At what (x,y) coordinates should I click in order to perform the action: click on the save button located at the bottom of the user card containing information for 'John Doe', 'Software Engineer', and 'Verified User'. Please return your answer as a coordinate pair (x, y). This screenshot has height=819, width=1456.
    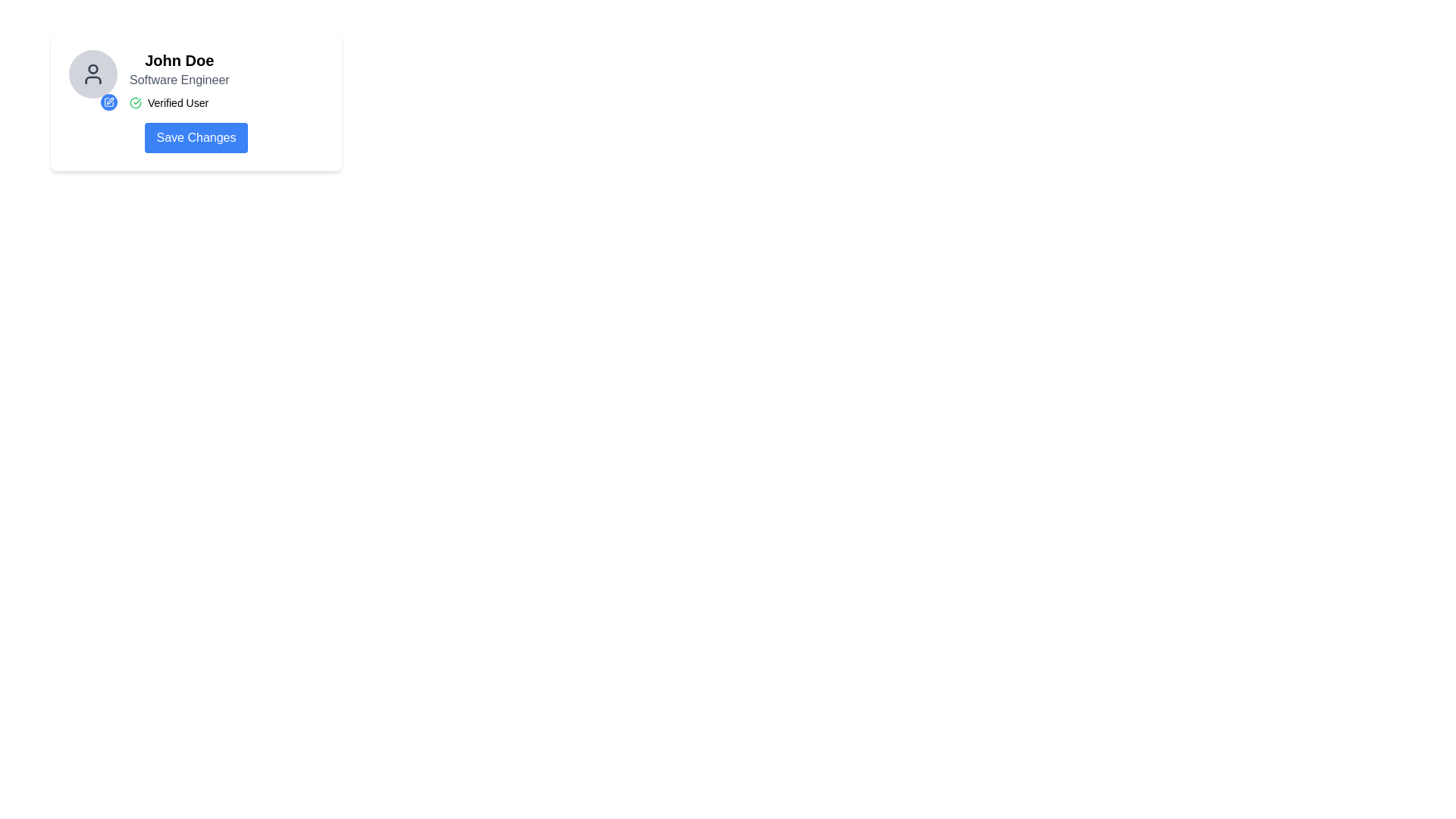
    Looking at the image, I should click on (196, 137).